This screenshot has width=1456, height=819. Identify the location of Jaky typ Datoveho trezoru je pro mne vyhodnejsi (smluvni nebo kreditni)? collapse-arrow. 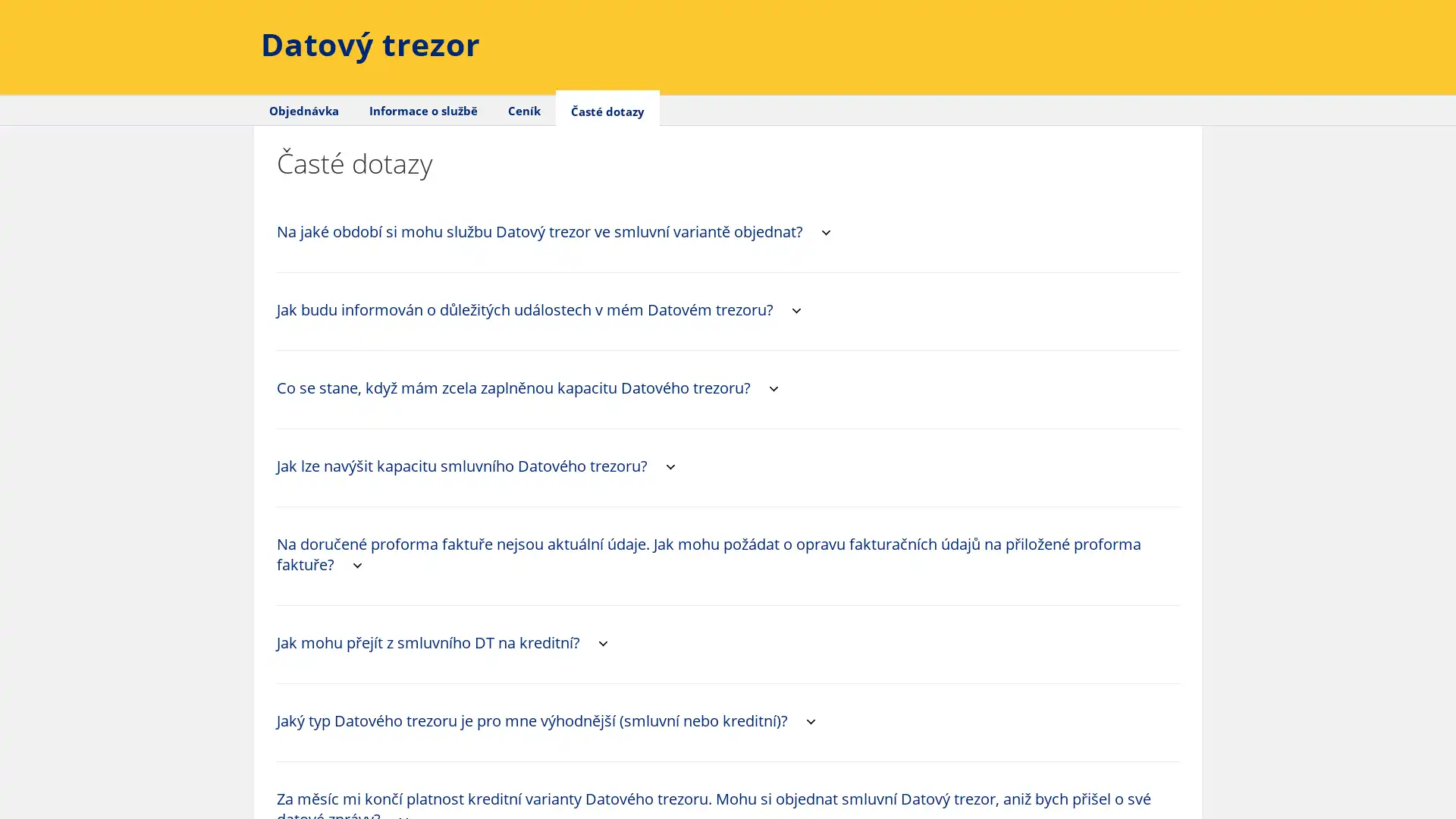
(546, 719).